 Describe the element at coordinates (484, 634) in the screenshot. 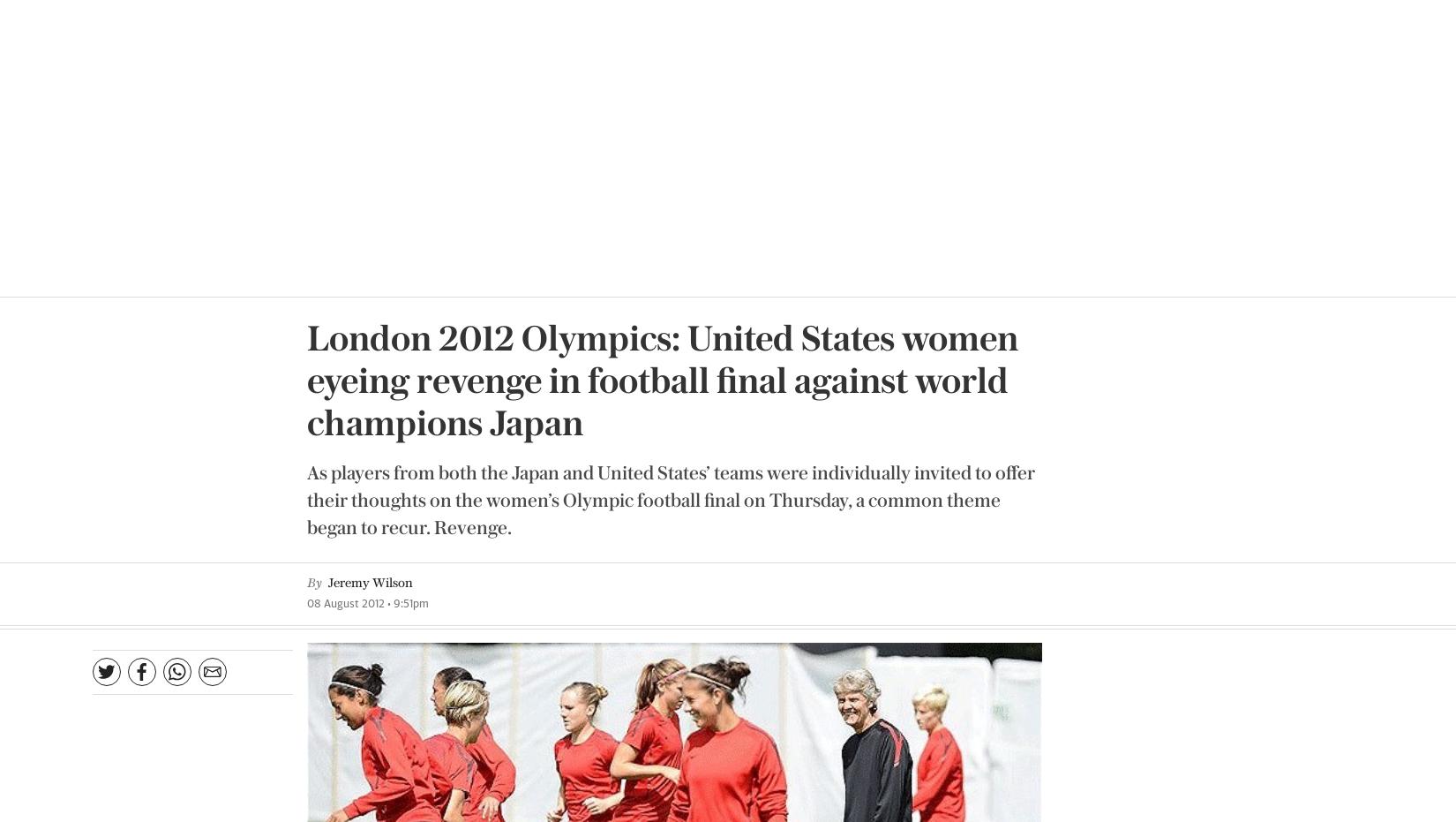

I see `'Try The Telegraph free for 1 month'` at that location.